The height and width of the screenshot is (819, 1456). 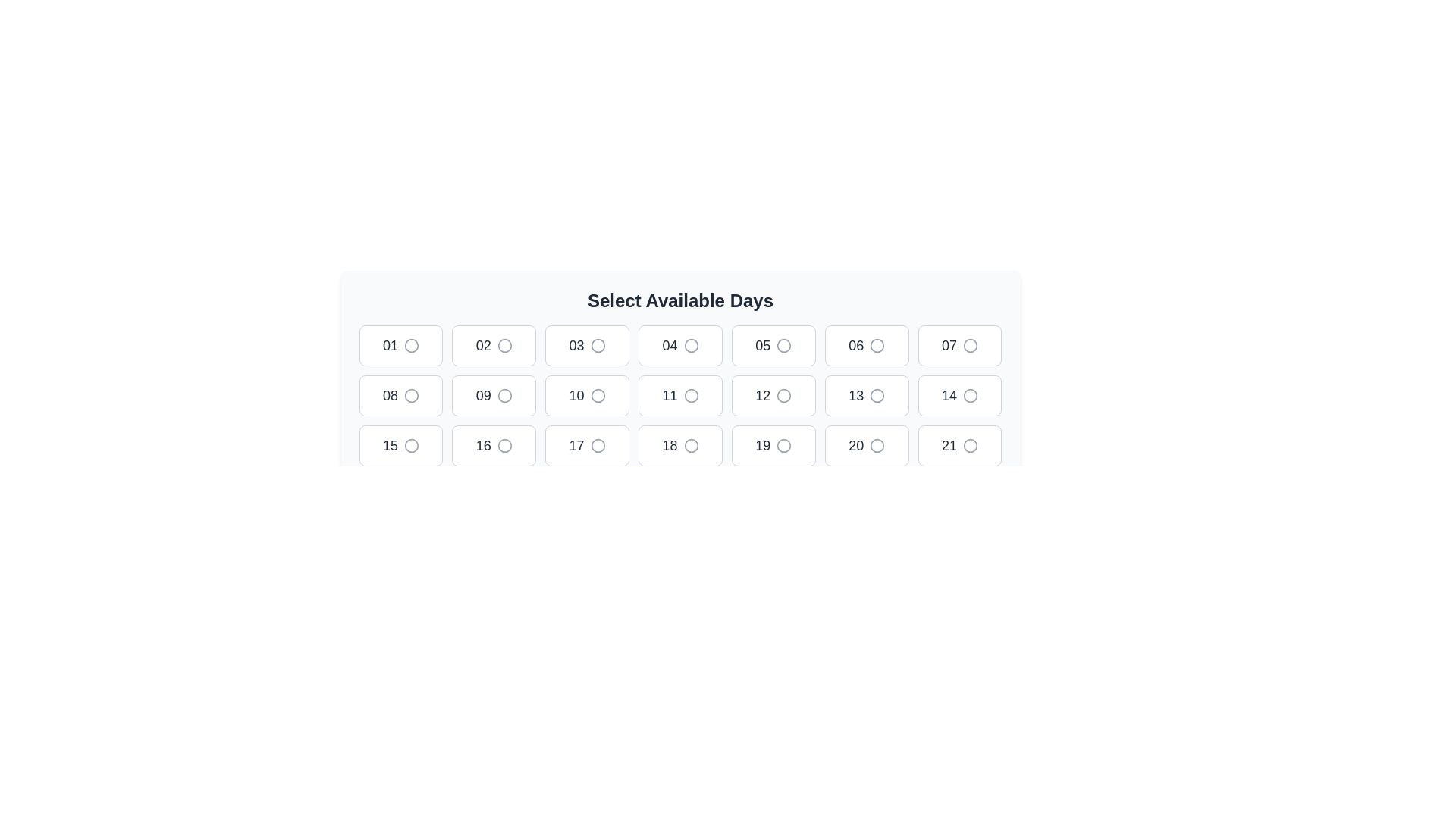 What do you see at coordinates (971, 394) in the screenshot?
I see `the circular radio button element, which is outlined by a rounded edge and is part of an SVG graphic, located in the seventh column of the second row in a grid of selectable days` at bounding box center [971, 394].